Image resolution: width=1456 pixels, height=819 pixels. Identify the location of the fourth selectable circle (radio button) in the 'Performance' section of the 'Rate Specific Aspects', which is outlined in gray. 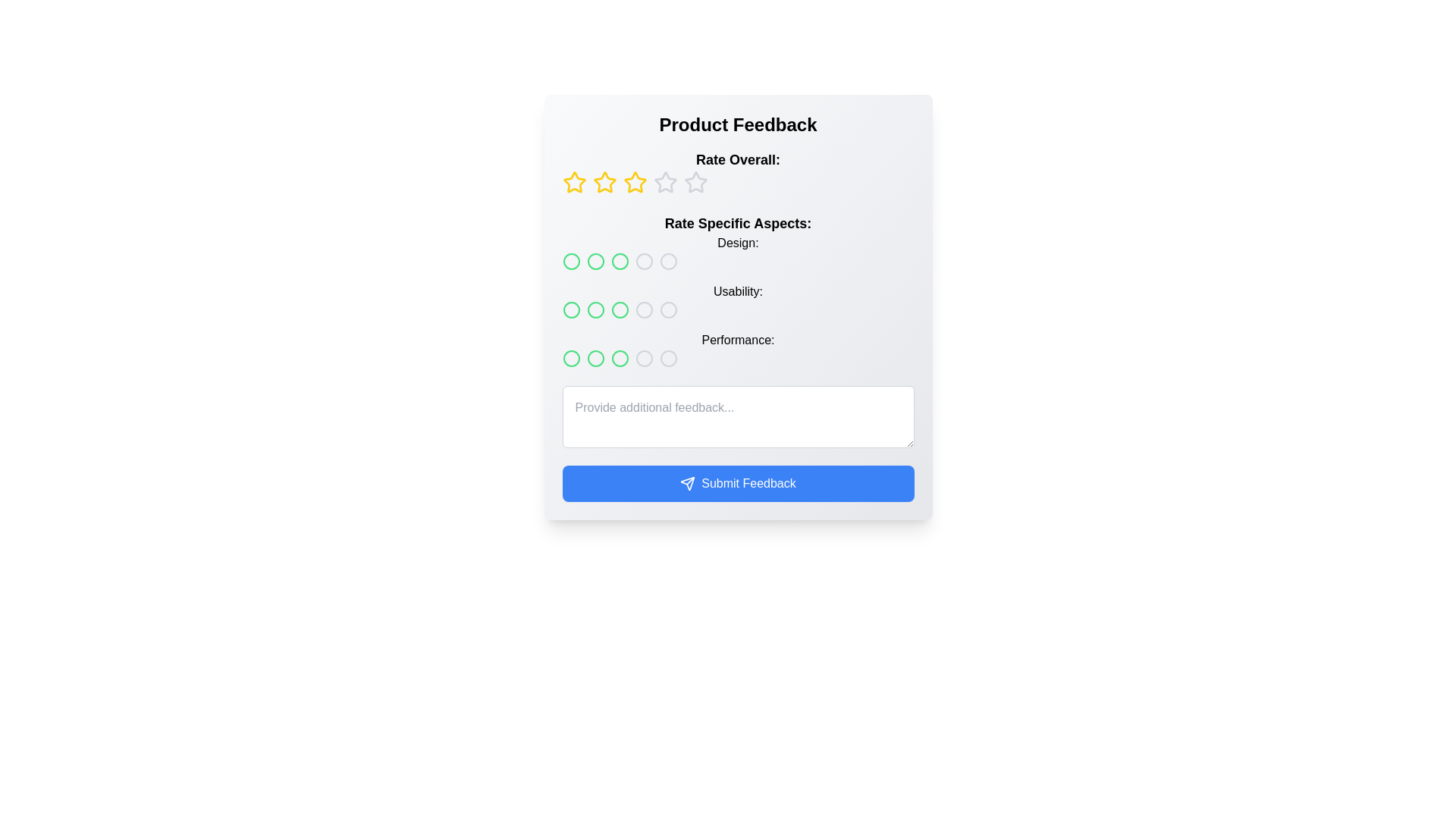
(644, 359).